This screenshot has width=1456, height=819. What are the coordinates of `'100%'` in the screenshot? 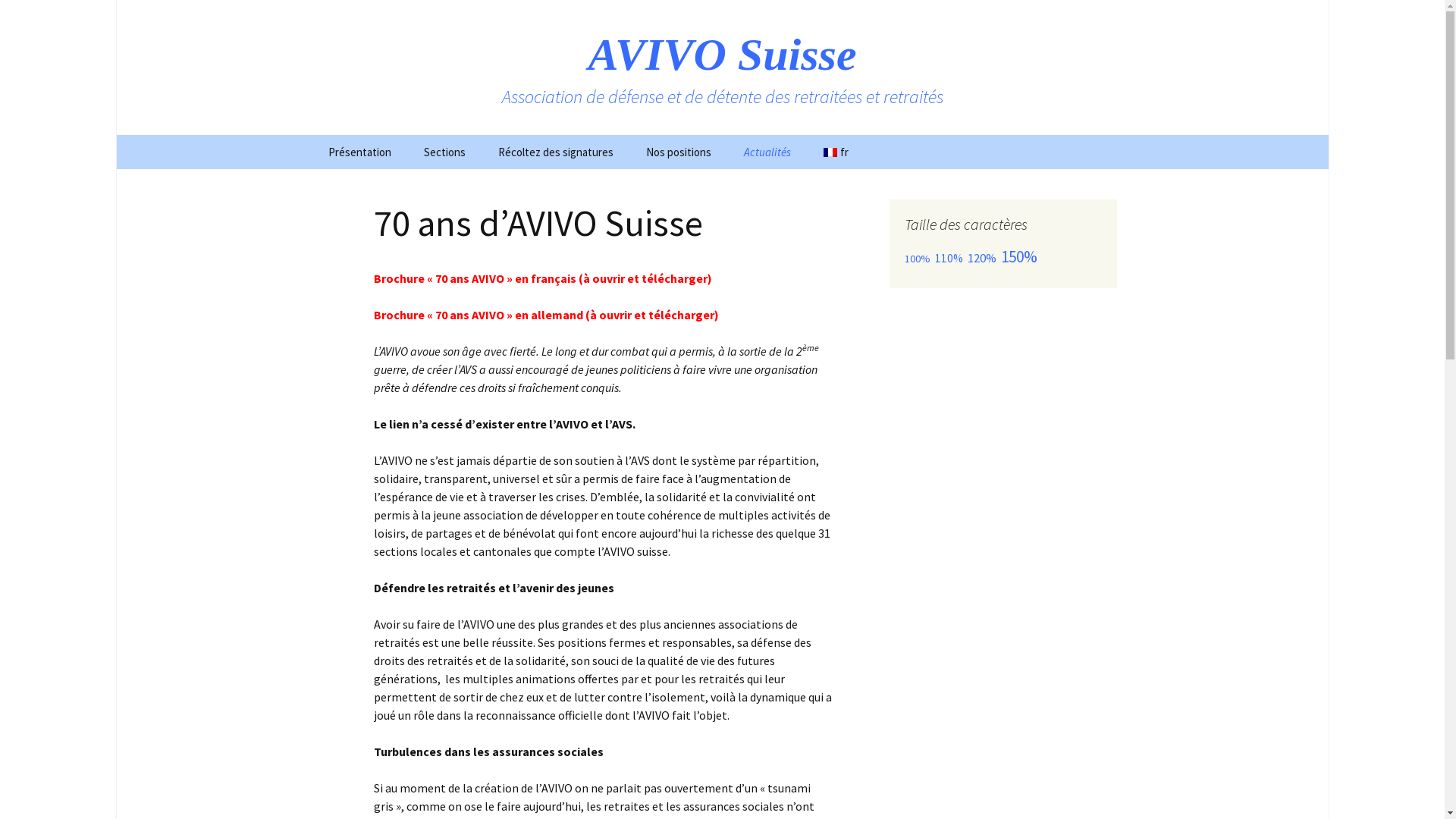 It's located at (903, 257).